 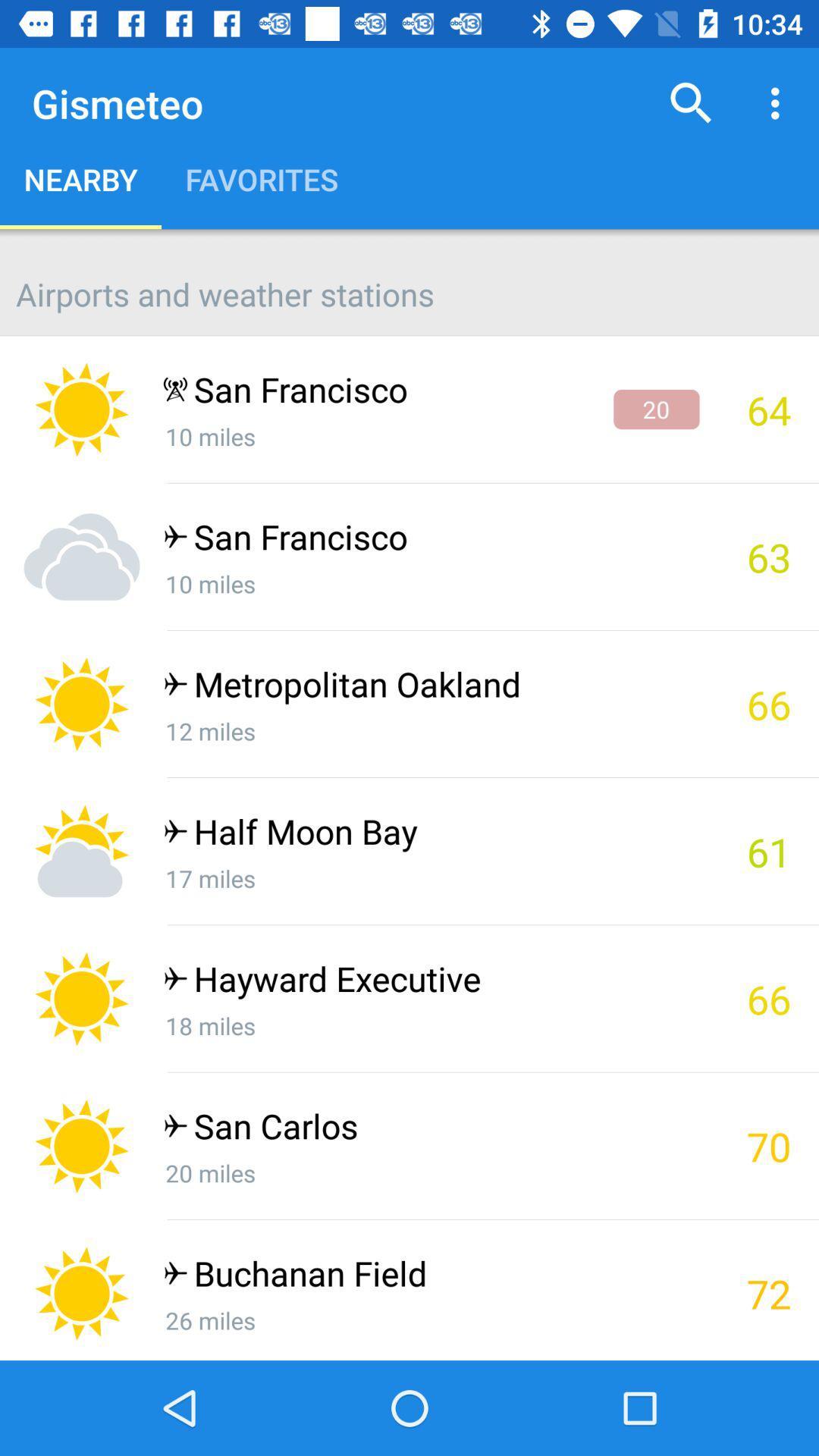 What do you see at coordinates (431, 687) in the screenshot?
I see `the metropolitan oakland` at bounding box center [431, 687].